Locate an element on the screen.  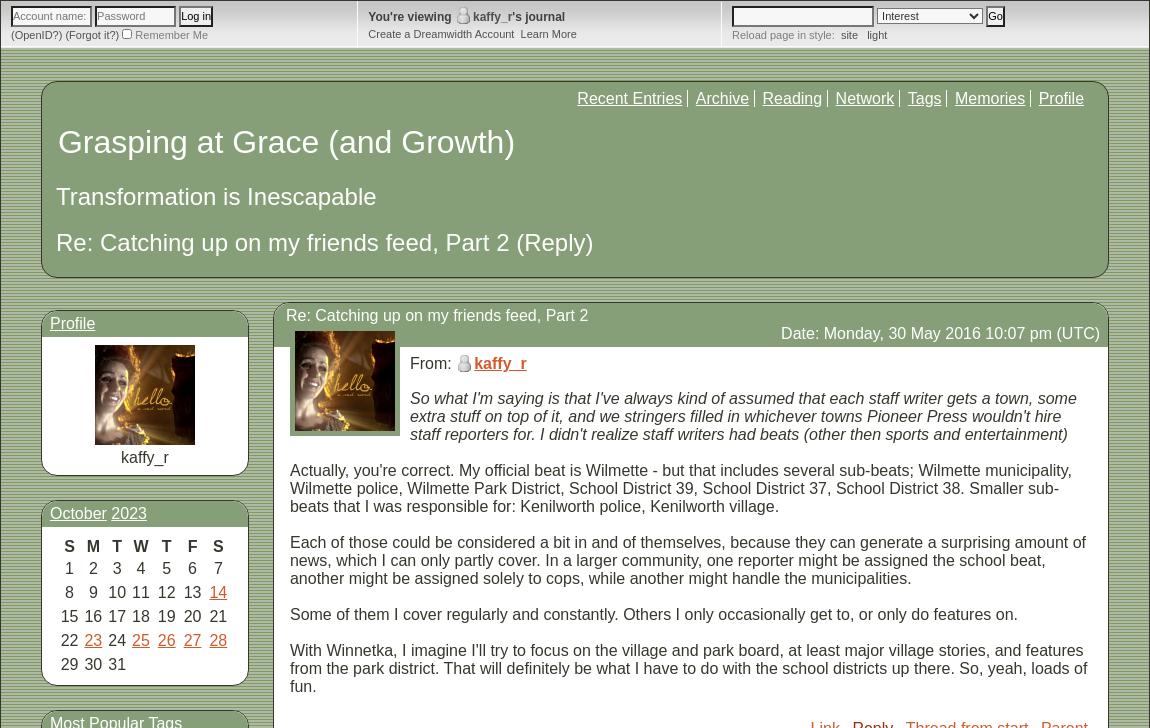
'6' is located at coordinates (191, 568).